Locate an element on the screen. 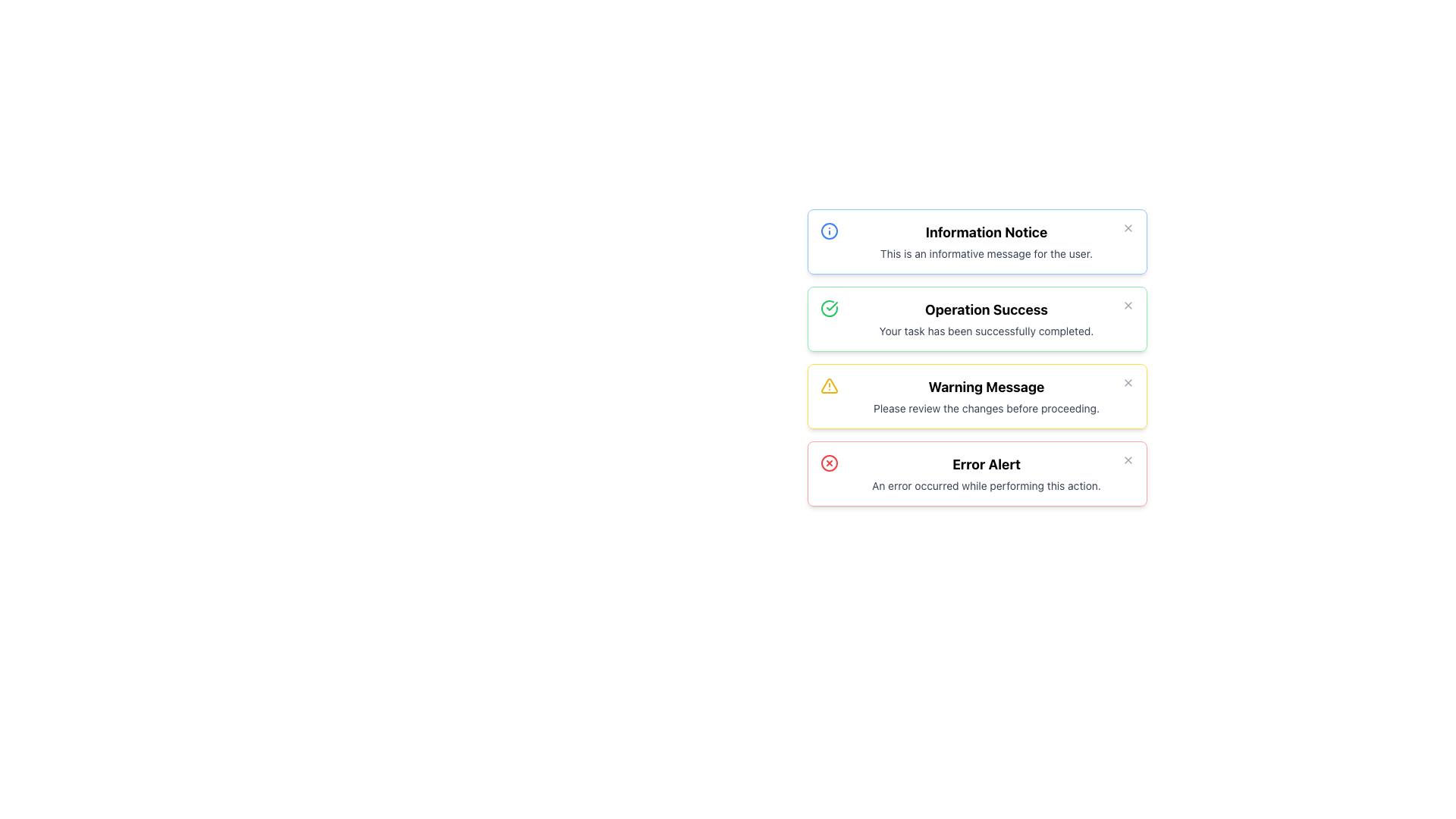 The width and height of the screenshot is (1456, 819). the success icon located to the left of the text content in the 'Operation Success' notification card is located at coordinates (829, 308).